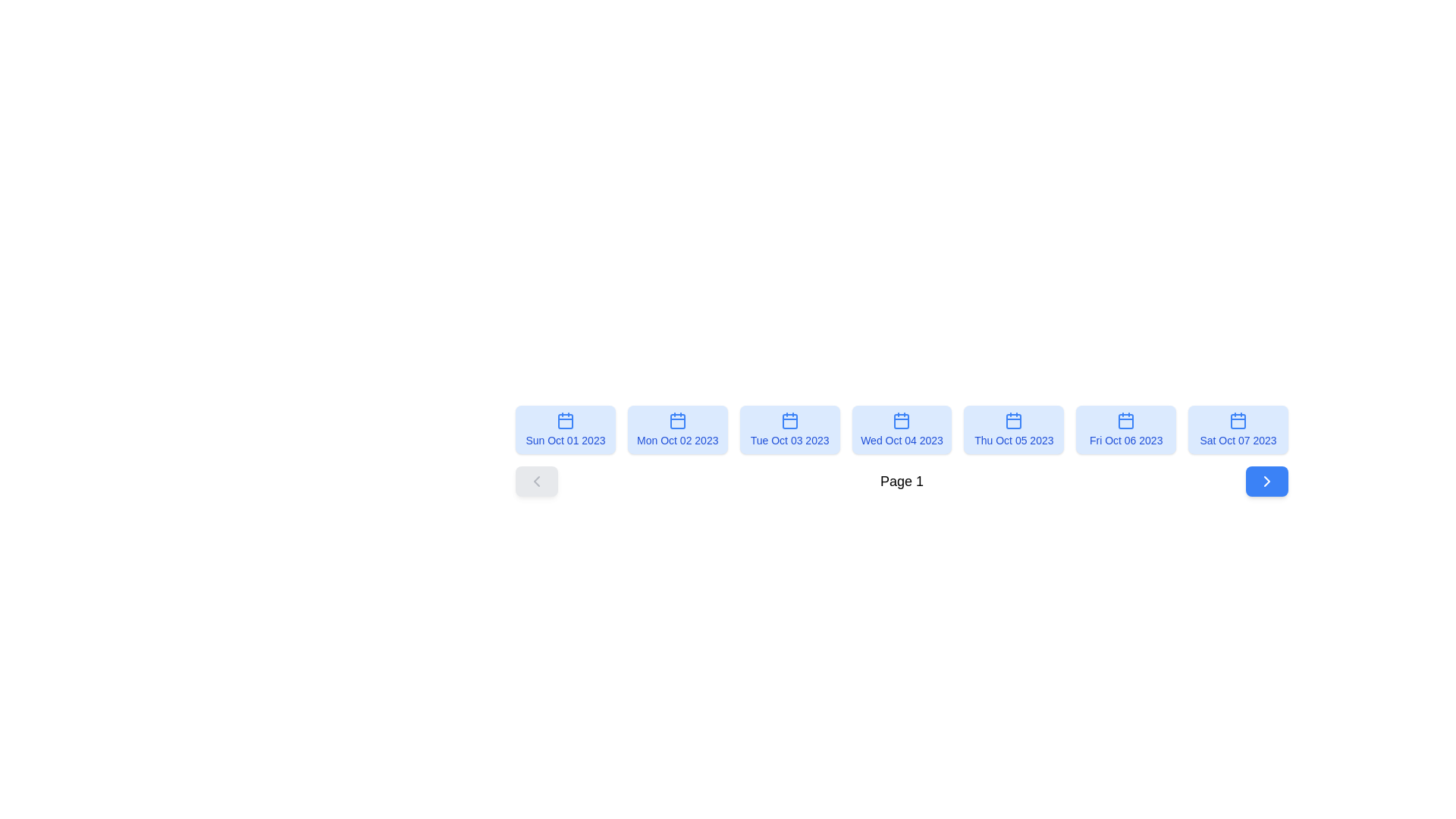  Describe the element at coordinates (564, 441) in the screenshot. I see `the Text Label that indicates the specific date associated with this panel, located in the lower part of the interface as the first panel in a horizontally aligned list` at that location.